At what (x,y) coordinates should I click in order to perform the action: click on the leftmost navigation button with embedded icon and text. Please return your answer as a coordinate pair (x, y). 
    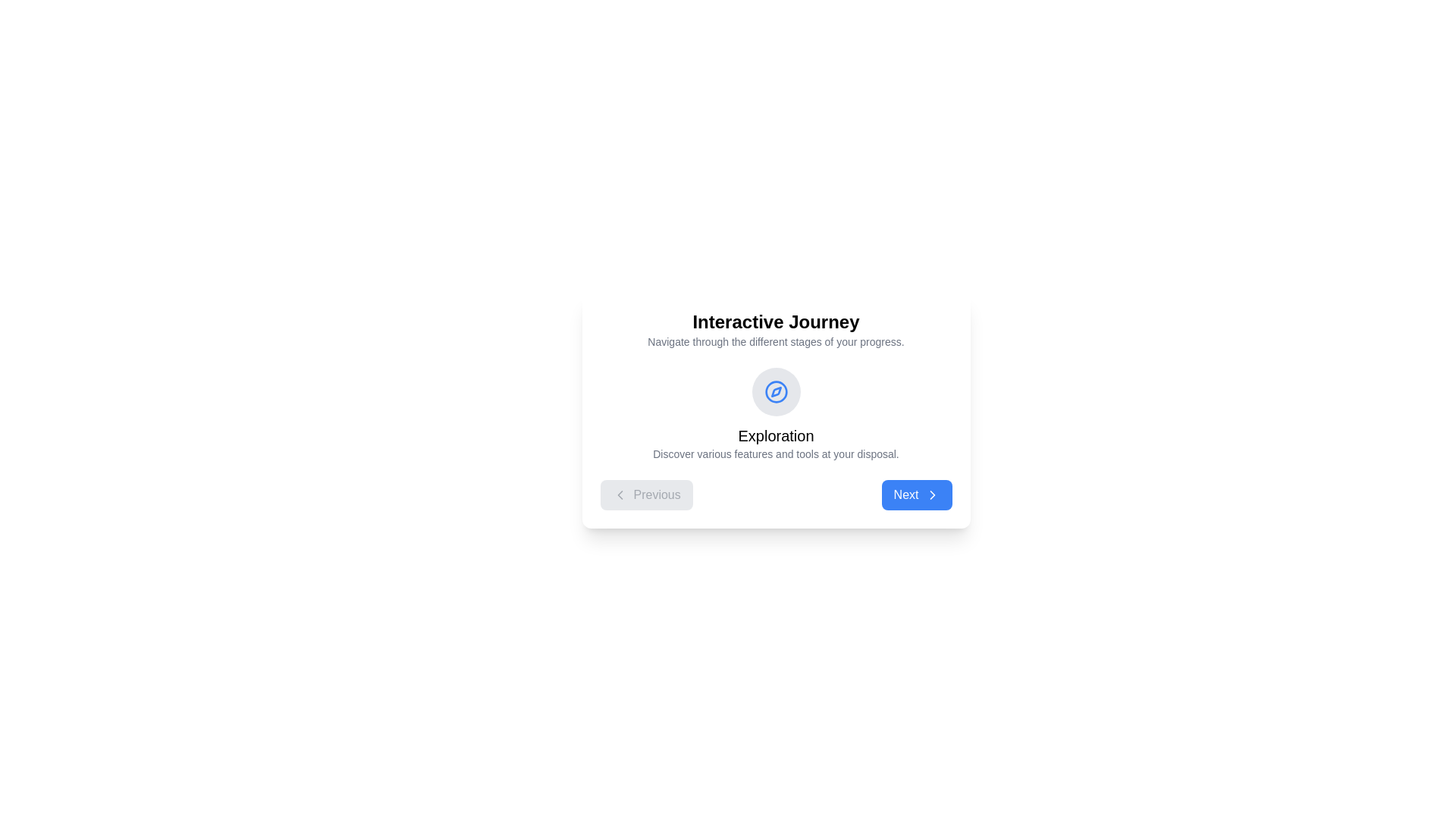
    Looking at the image, I should click on (646, 494).